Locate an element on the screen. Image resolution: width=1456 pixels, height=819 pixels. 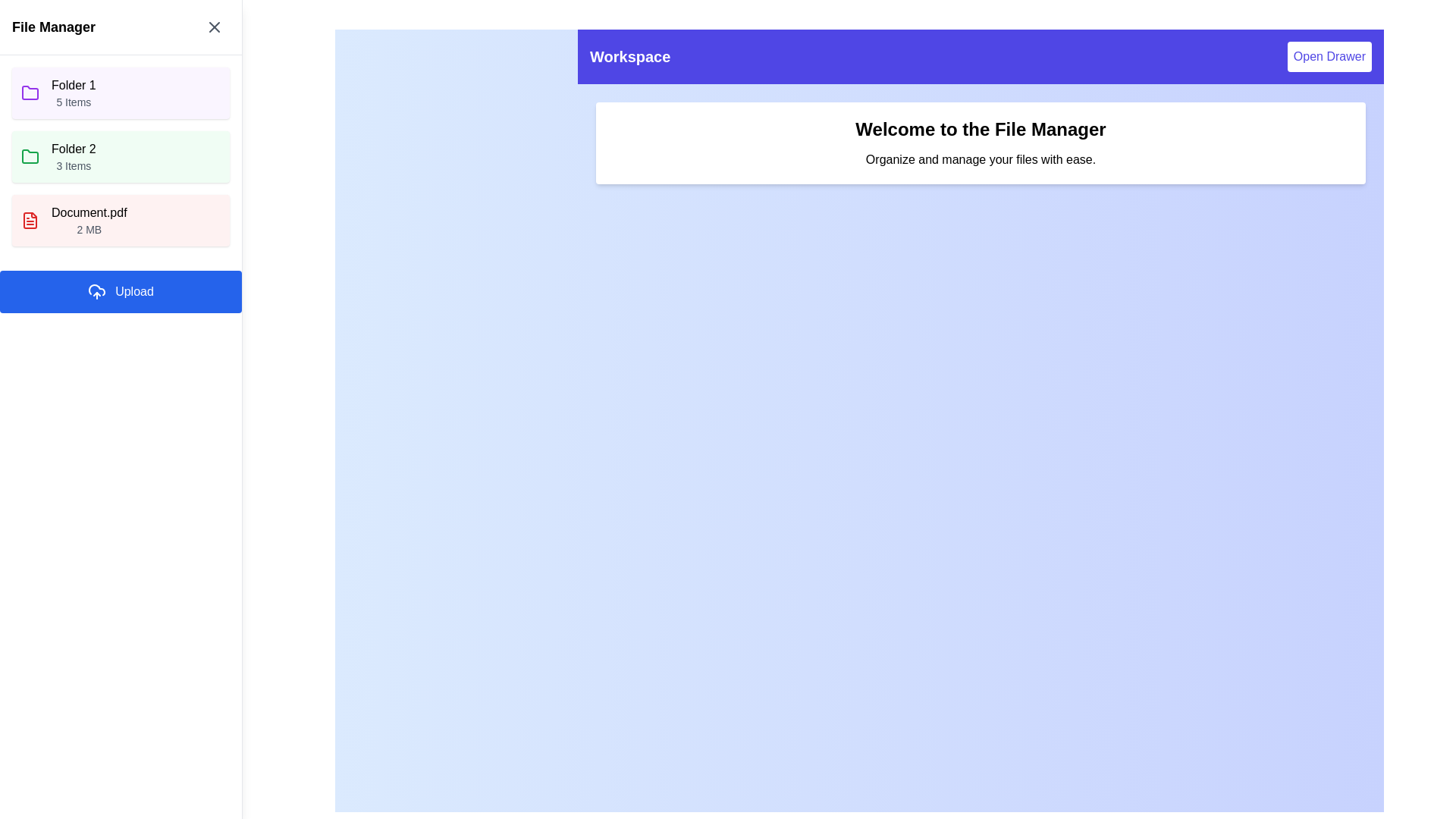
the 'Open Drawer' button located at the upper-right corner of the header bar is located at coordinates (1329, 55).